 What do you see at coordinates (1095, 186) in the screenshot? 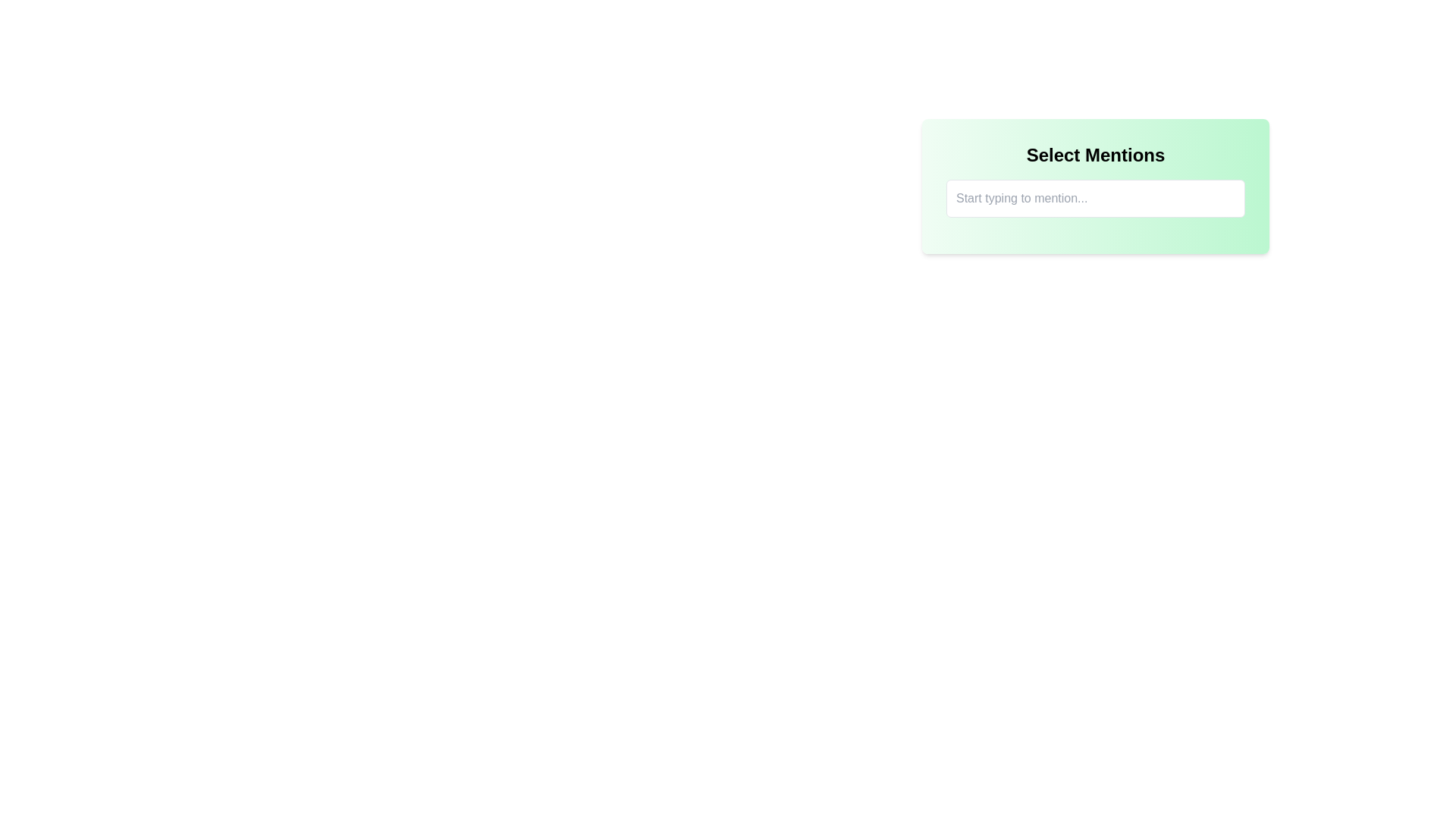
I see `the input field for entering textual mentions to focus on it` at bounding box center [1095, 186].